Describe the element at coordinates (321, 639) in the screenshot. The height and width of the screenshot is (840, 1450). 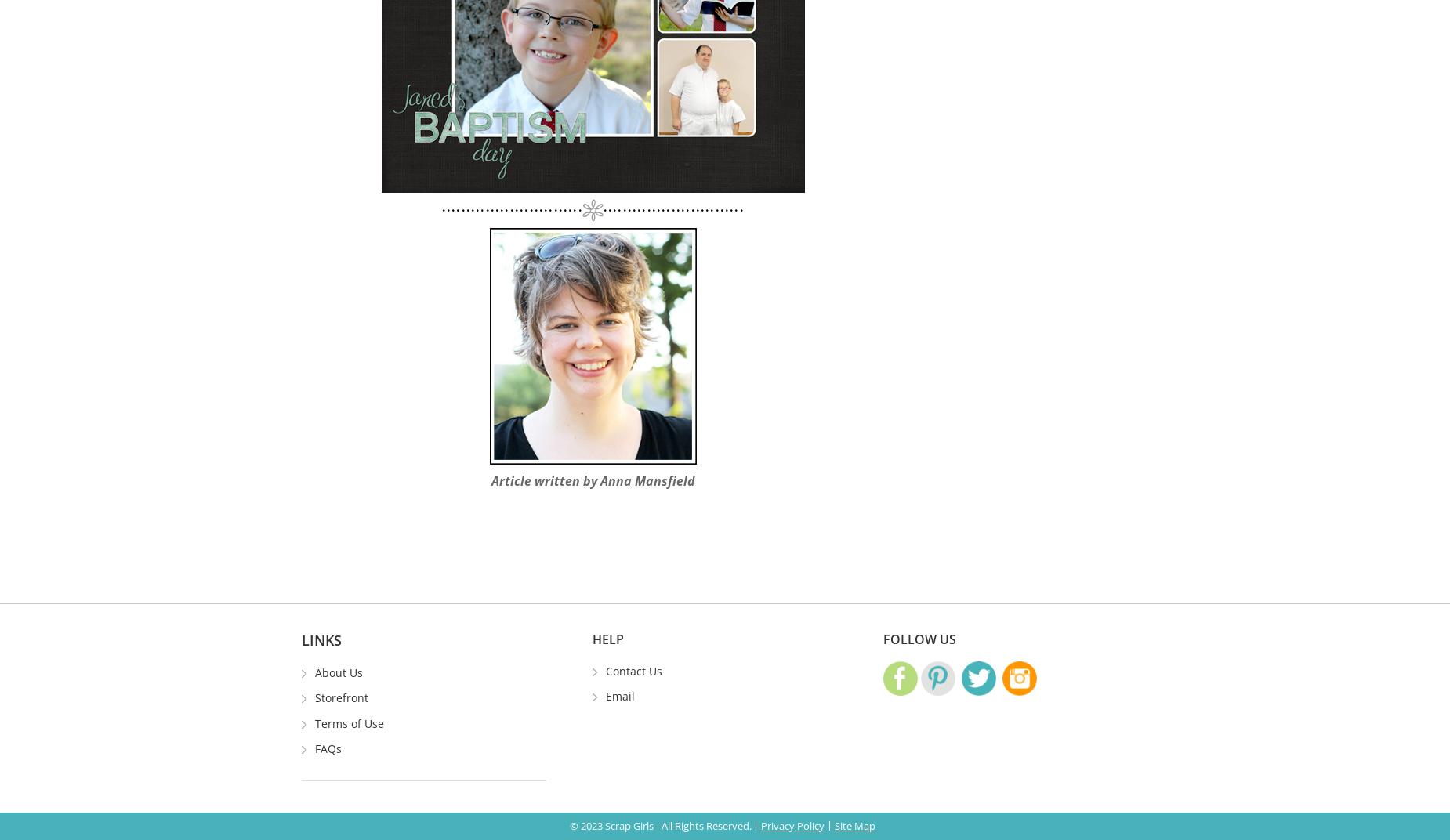
I see `'Links'` at that location.